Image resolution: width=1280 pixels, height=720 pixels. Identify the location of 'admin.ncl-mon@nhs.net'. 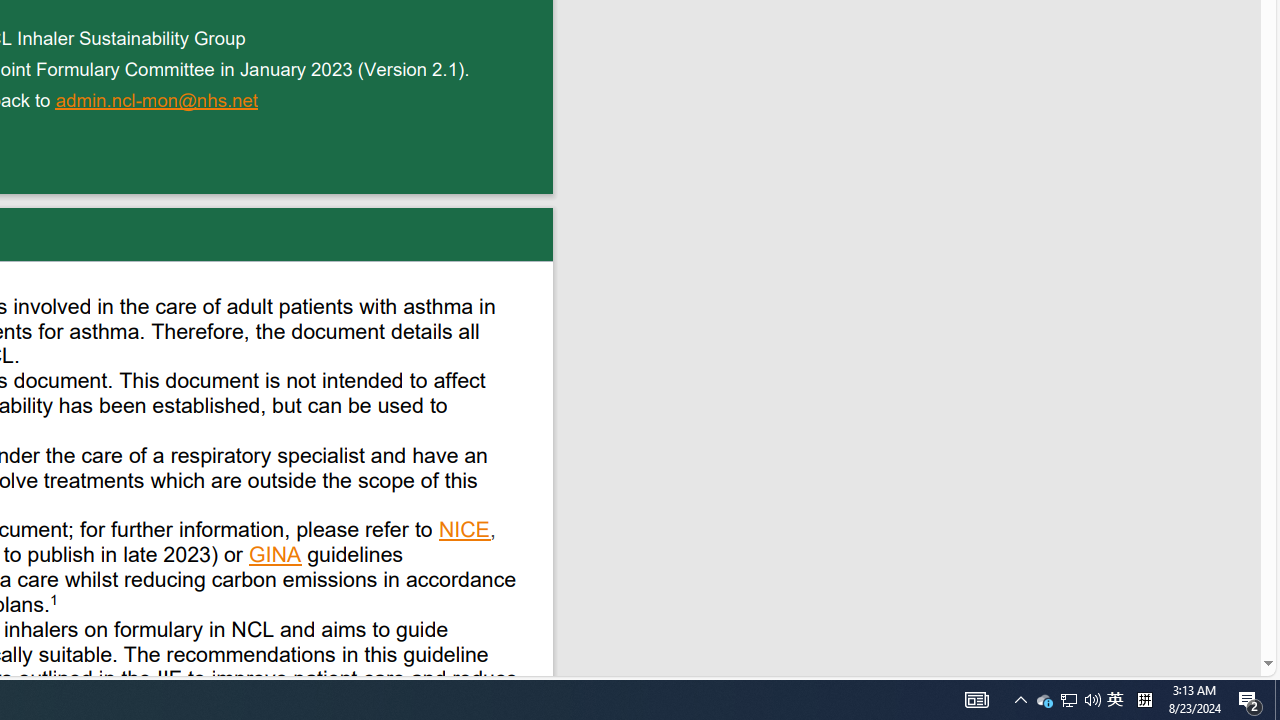
(157, 102).